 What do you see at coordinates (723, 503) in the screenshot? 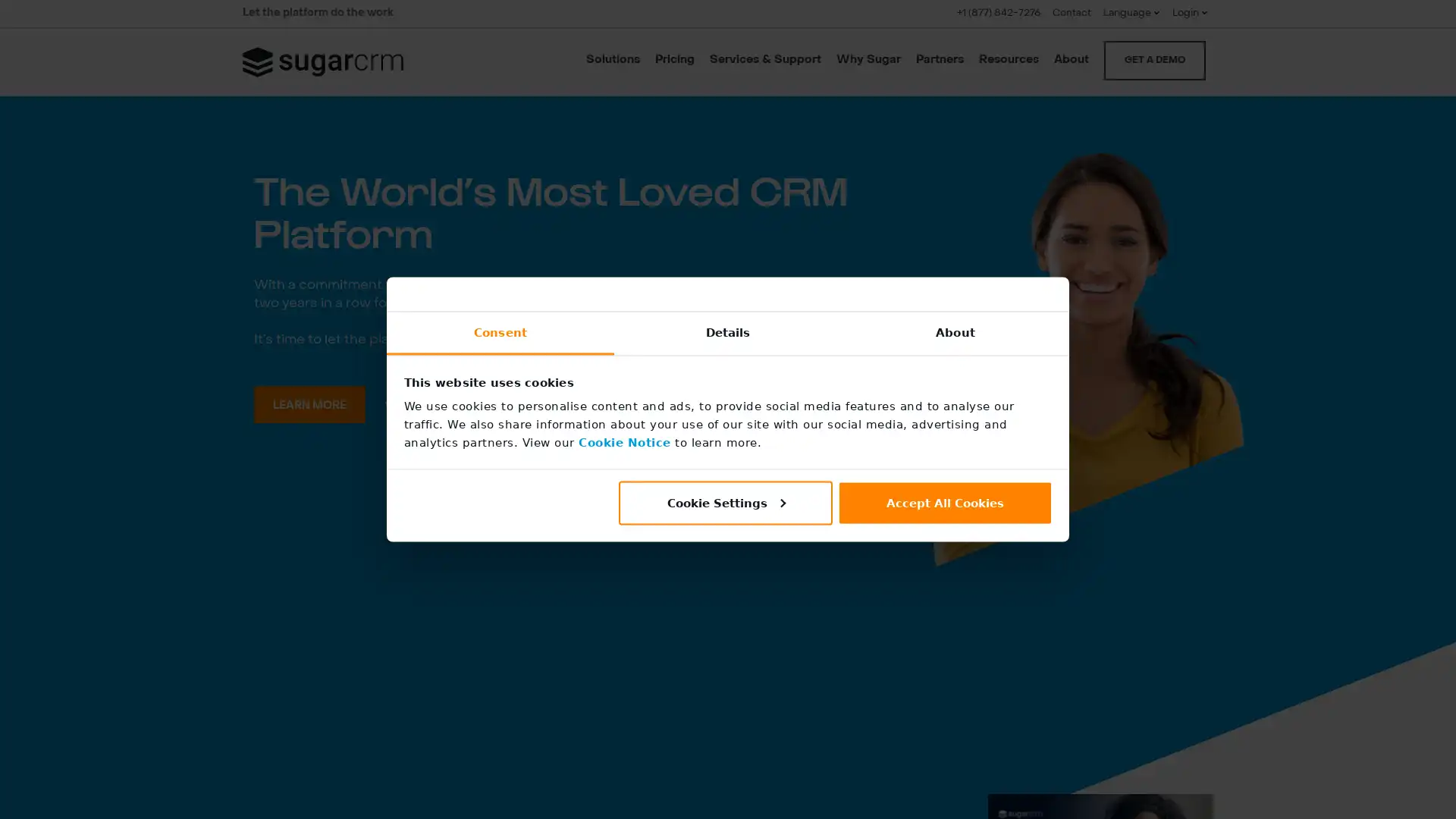
I see `Cookie Settings` at bounding box center [723, 503].